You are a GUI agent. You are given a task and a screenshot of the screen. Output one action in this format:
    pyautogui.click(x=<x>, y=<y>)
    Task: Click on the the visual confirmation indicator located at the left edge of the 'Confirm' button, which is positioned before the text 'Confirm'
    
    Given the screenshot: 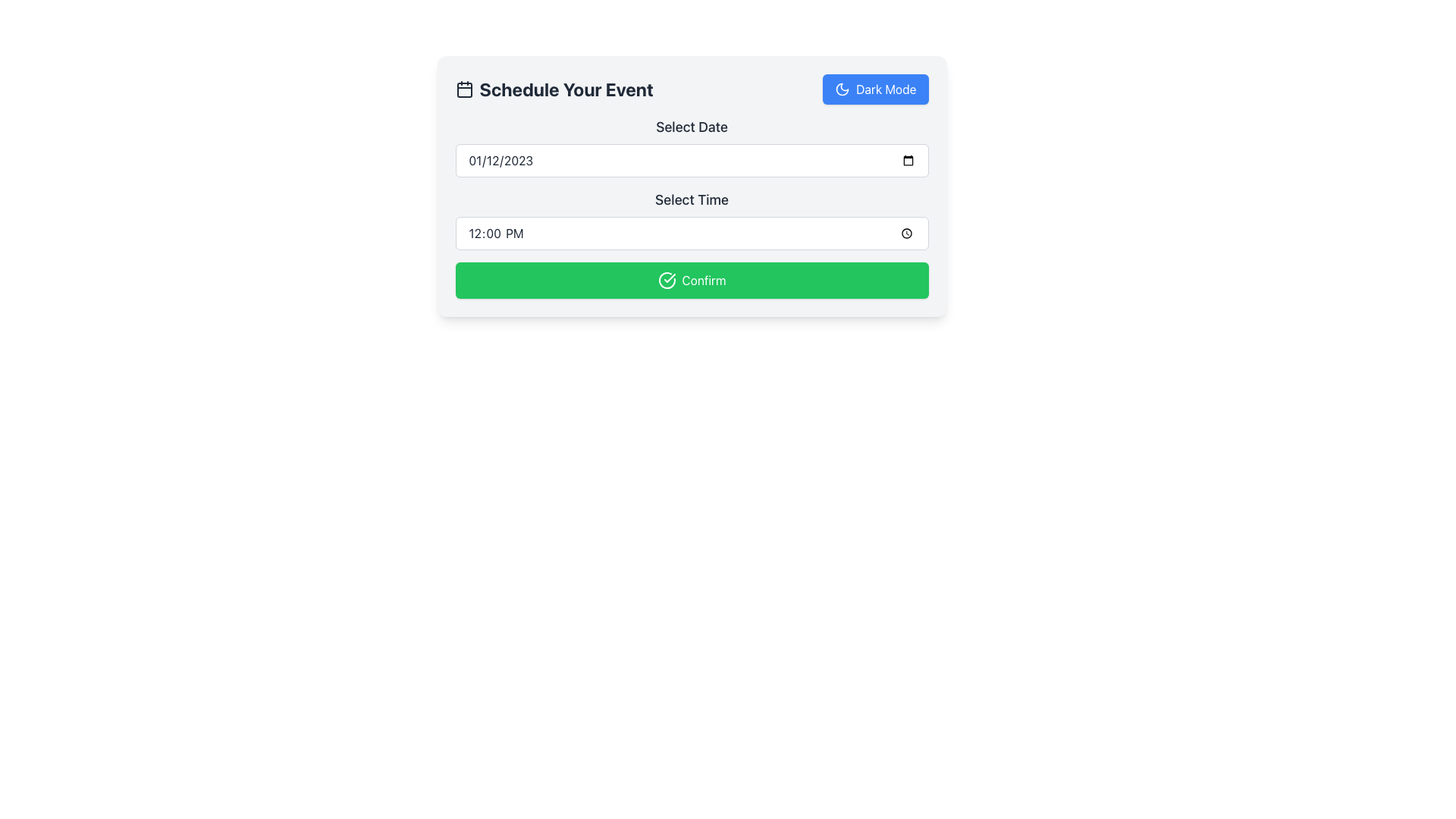 What is the action you would take?
    pyautogui.click(x=667, y=281)
    